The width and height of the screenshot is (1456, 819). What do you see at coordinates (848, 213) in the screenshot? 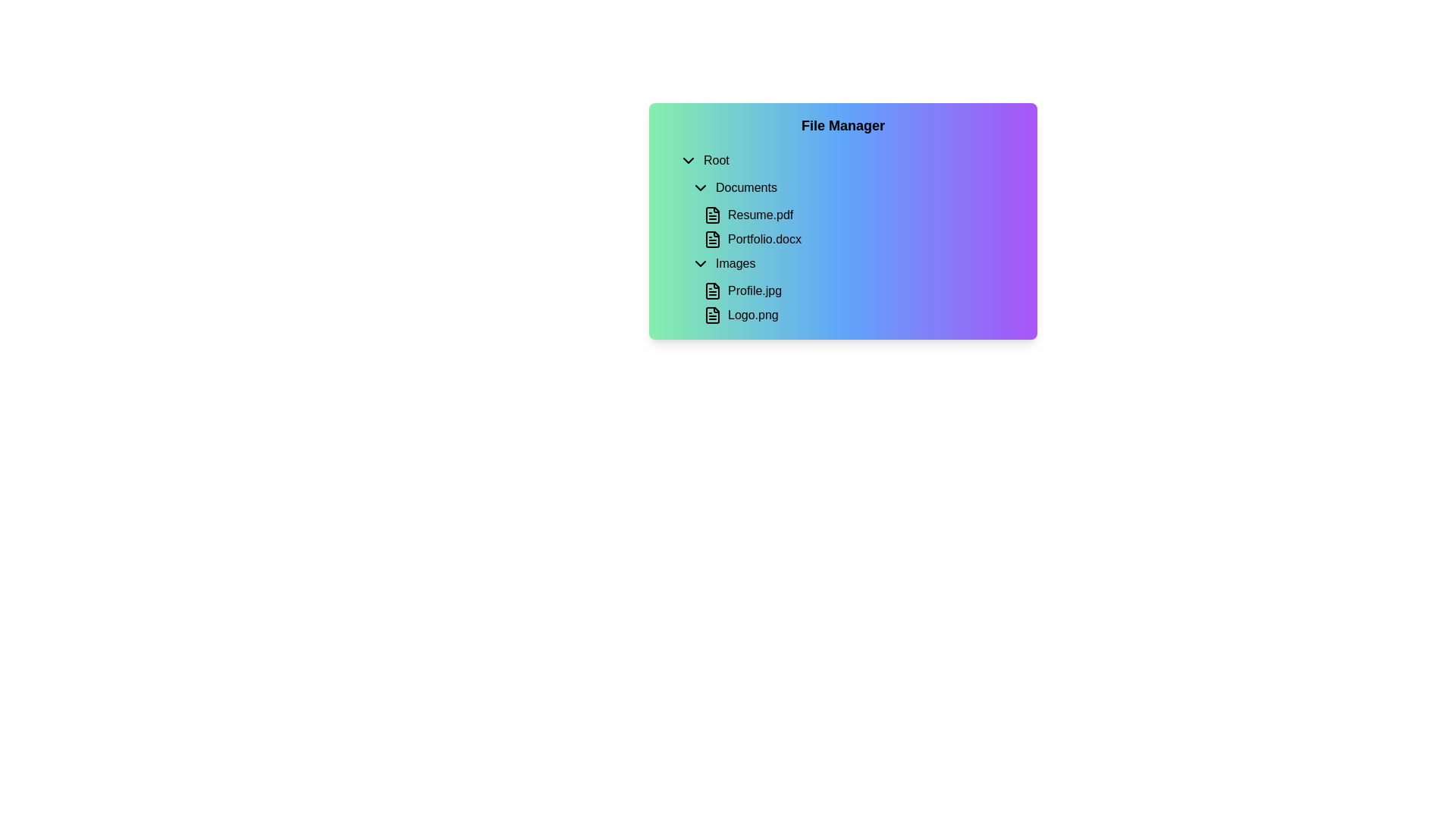
I see `the 'Portfolio.docx' file listed under the 'Documents' section in the File Listing Section of the File Manager interface` at bounding box center [848, 213].